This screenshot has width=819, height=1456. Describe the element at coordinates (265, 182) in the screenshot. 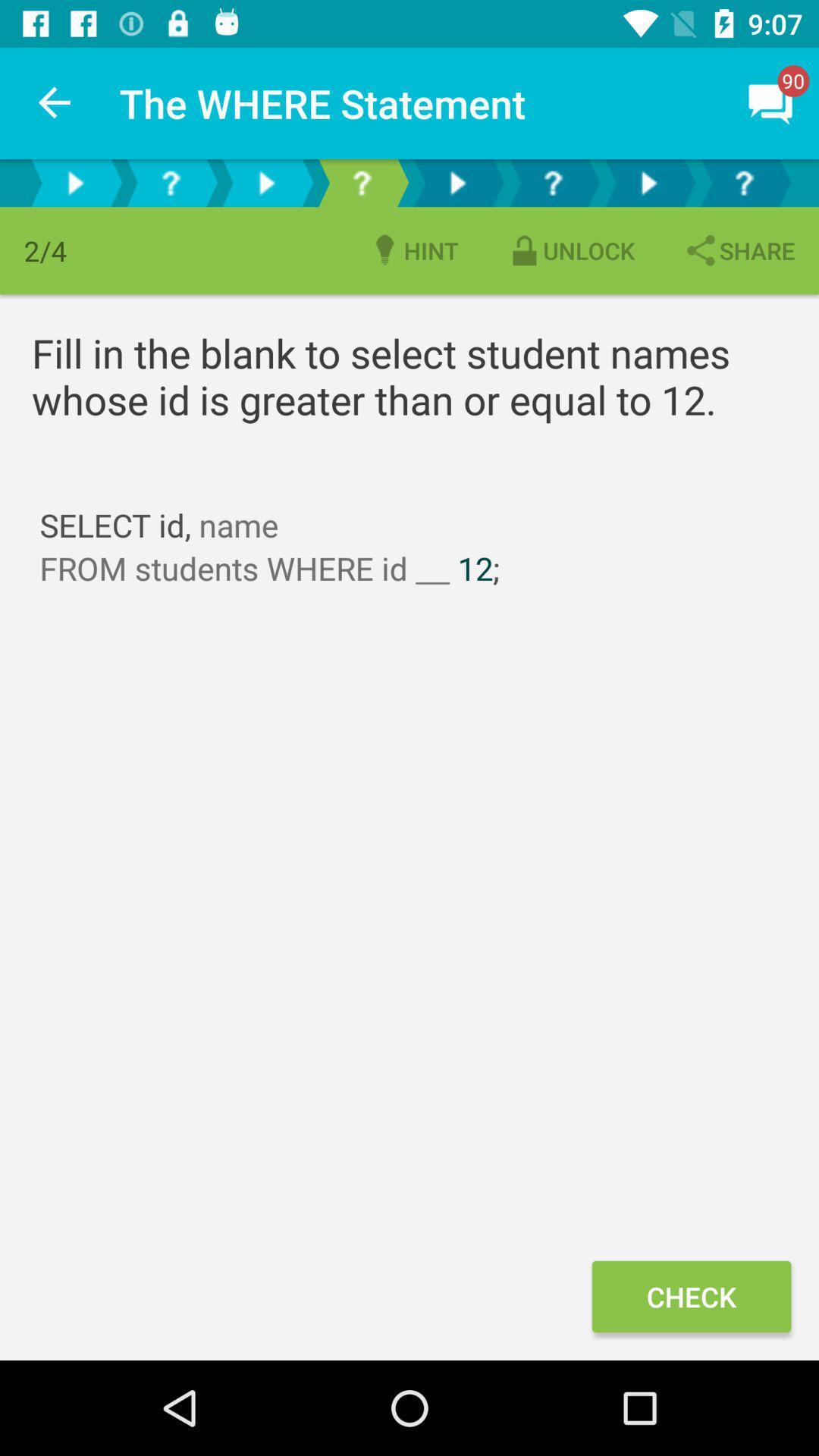

I see `next page` at that location.